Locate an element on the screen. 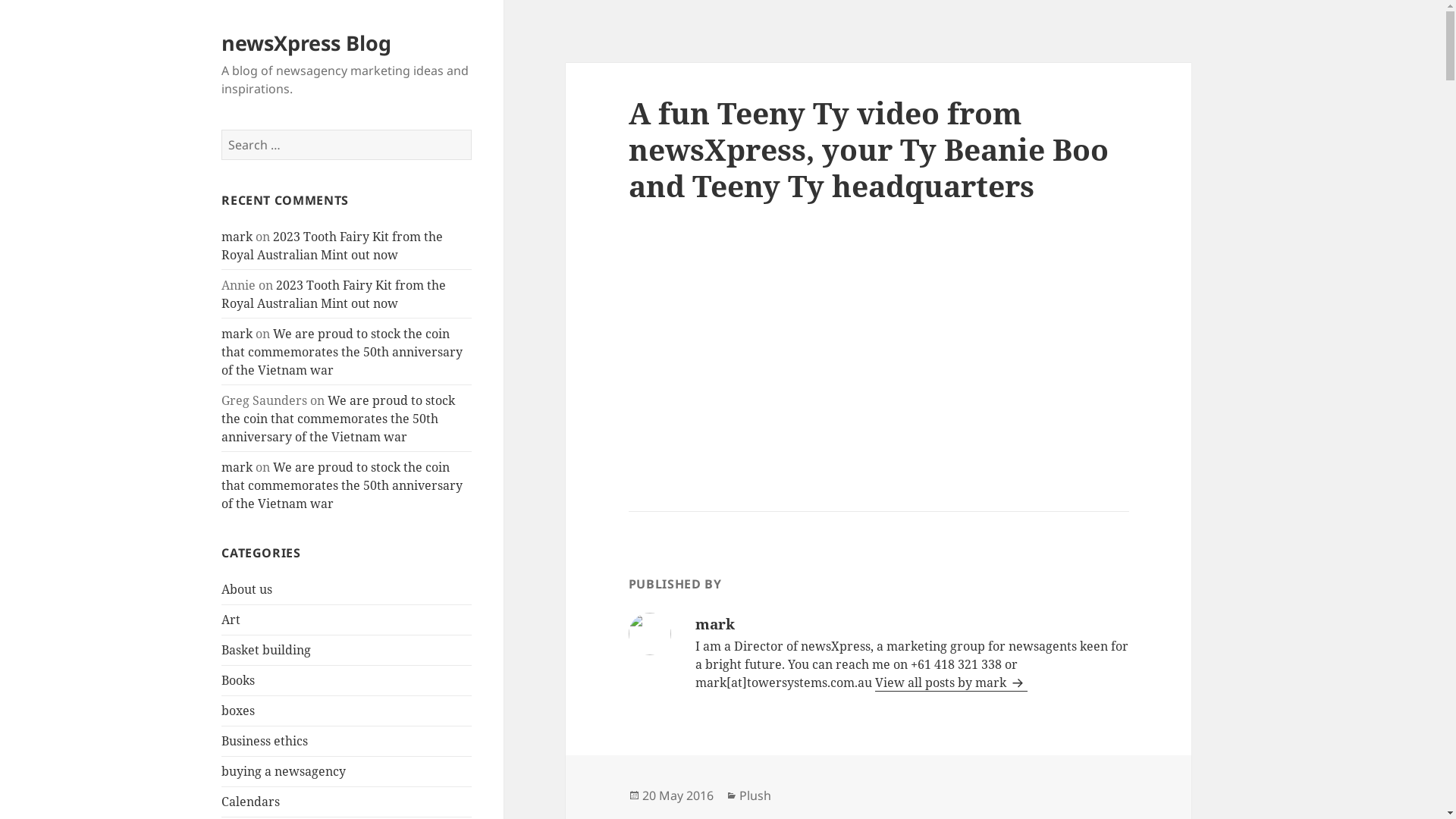 This screenshot has width=1456, height=819. 'About us' is located at coordinates (246, 588).